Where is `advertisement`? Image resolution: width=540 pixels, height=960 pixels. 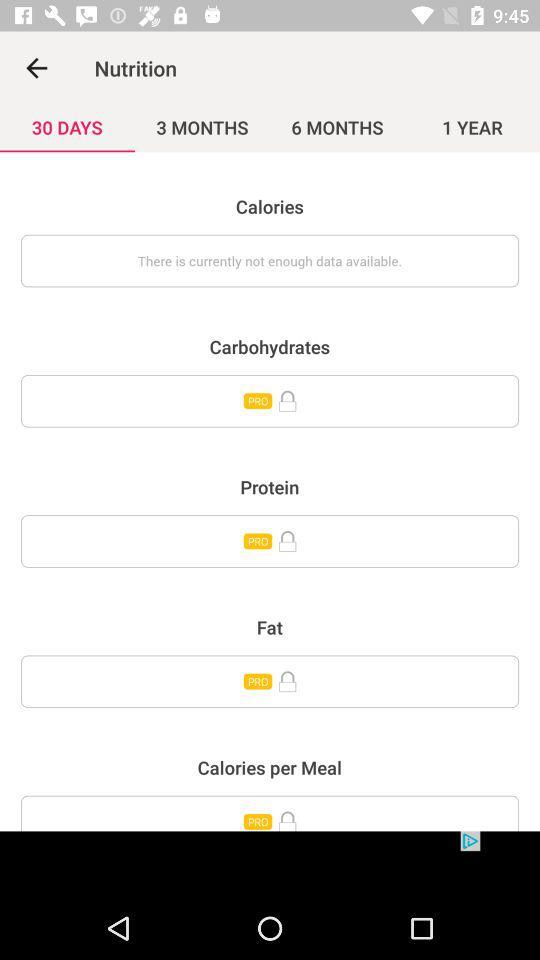
advertisement is located at coordinates (270, 863).